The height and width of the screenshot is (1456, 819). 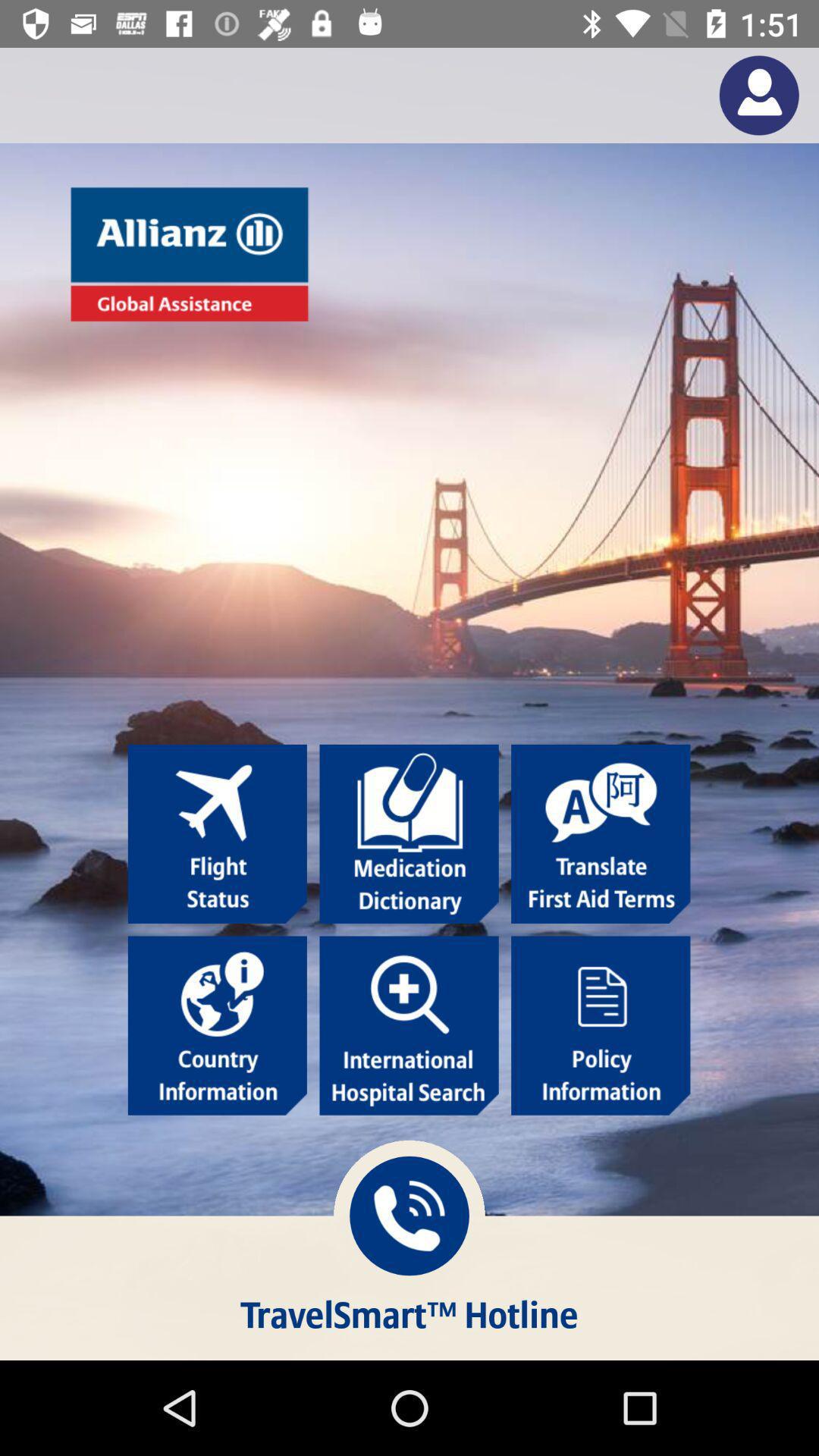 I want to click on policy information icon and button, so click(x=600, y=1025).